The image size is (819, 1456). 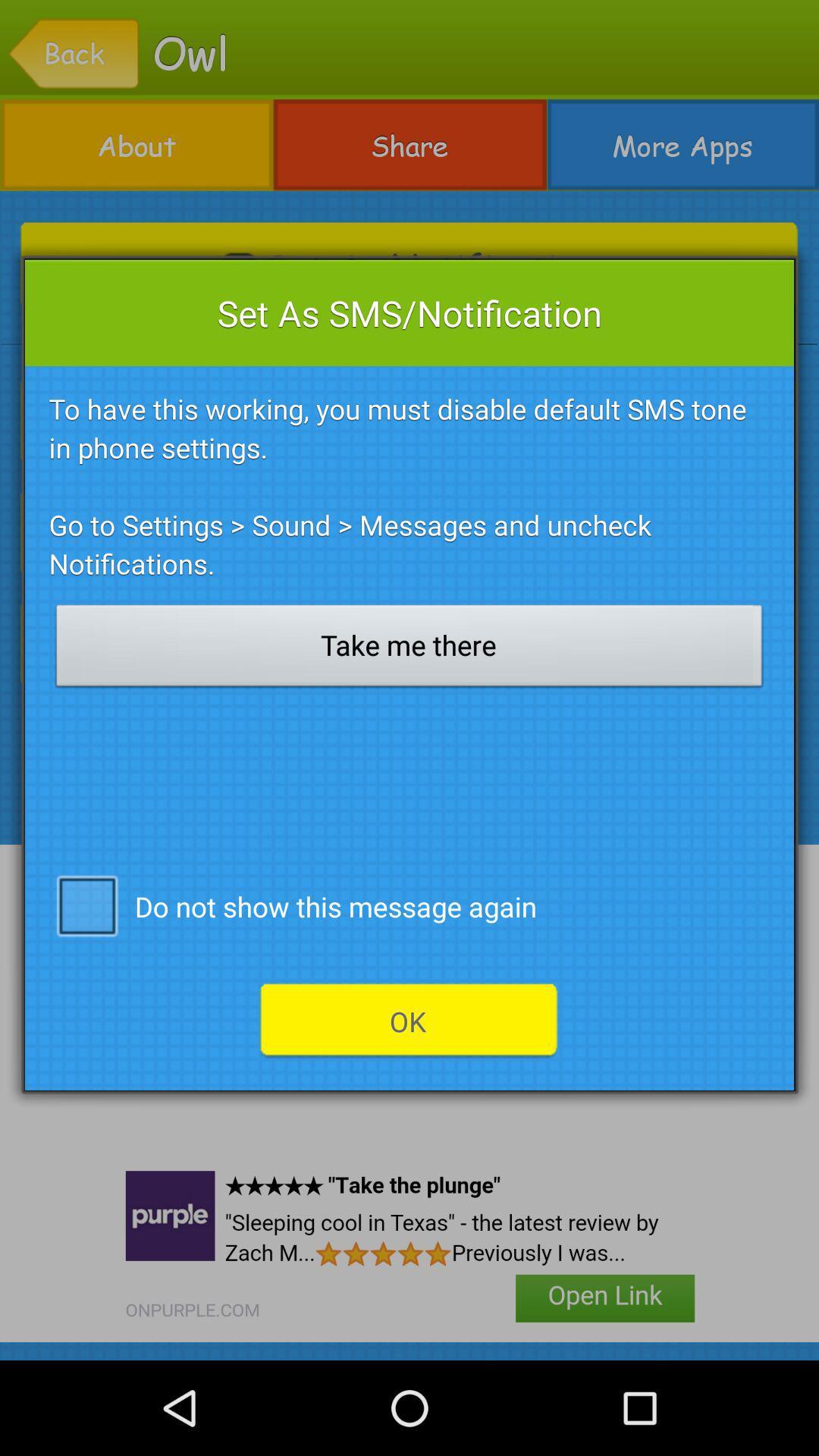 I want to click on the take me there item, so click(x=409, y=650).